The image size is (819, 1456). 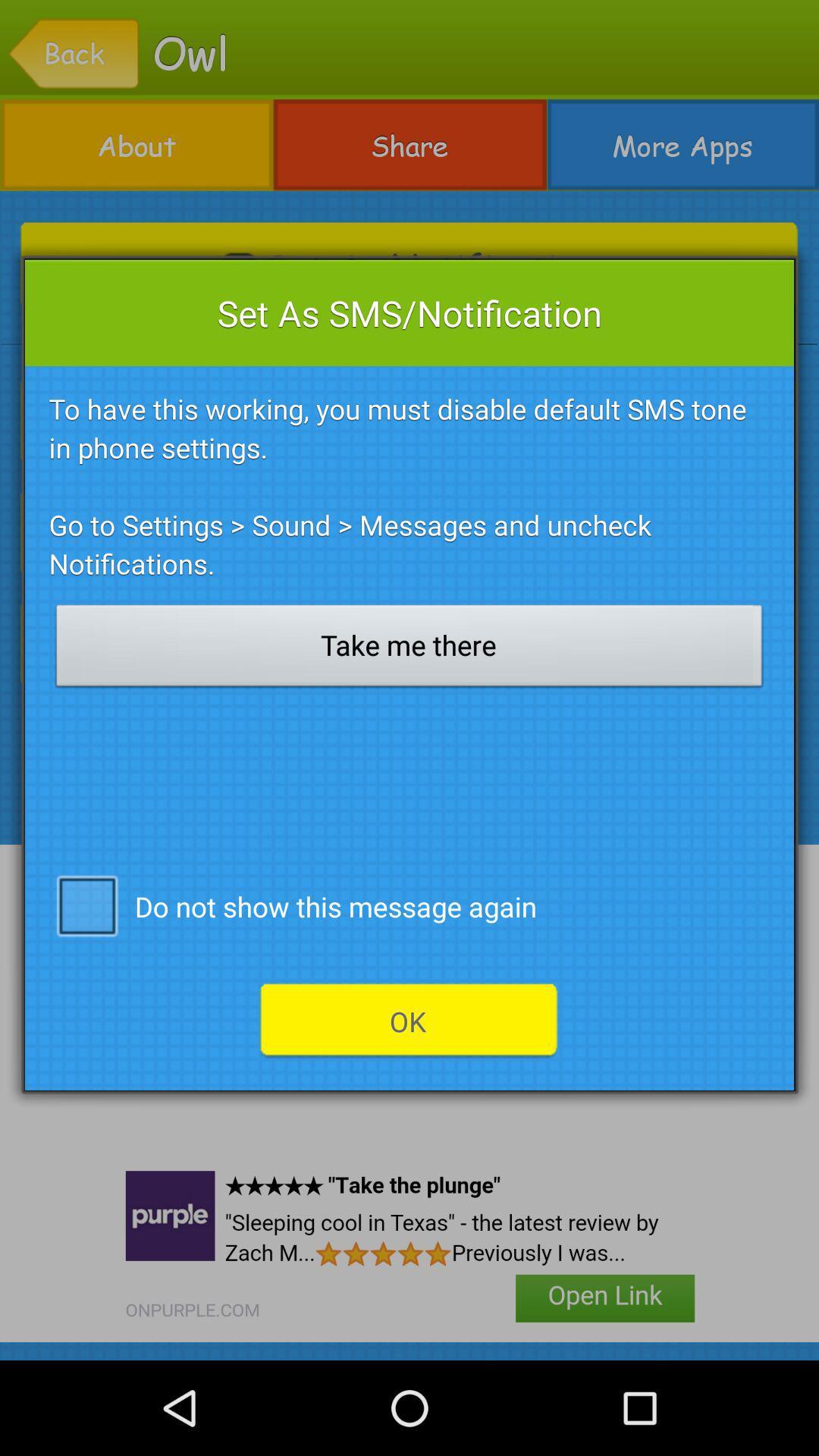 I want to click on the take me there item, so click(x=409, y=650).